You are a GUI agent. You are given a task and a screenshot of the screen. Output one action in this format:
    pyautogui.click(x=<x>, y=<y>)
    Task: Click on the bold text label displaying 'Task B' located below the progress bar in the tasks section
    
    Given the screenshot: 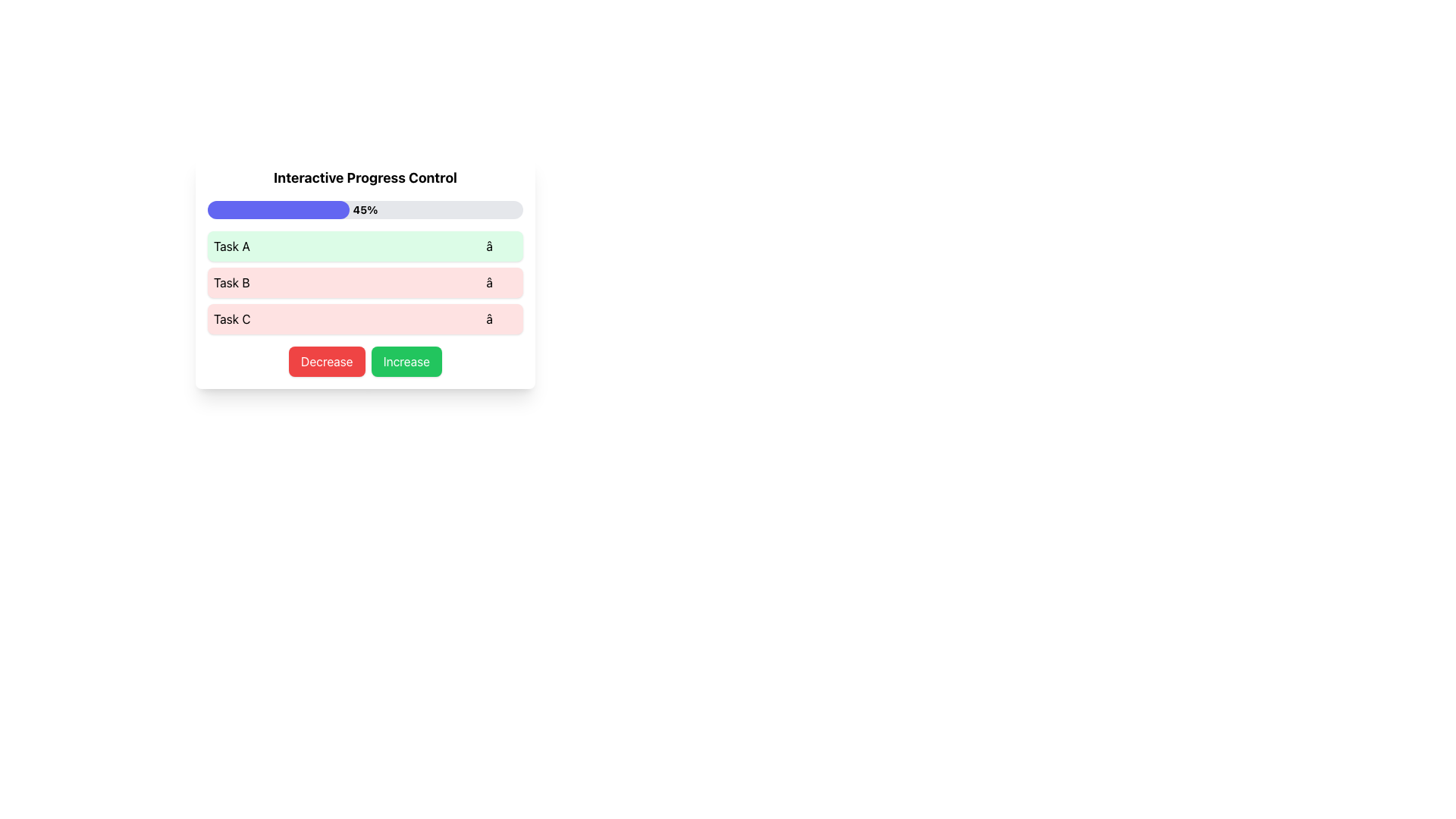 What is the action you would take?
    pyautogui.click(x=231, y=283)
    